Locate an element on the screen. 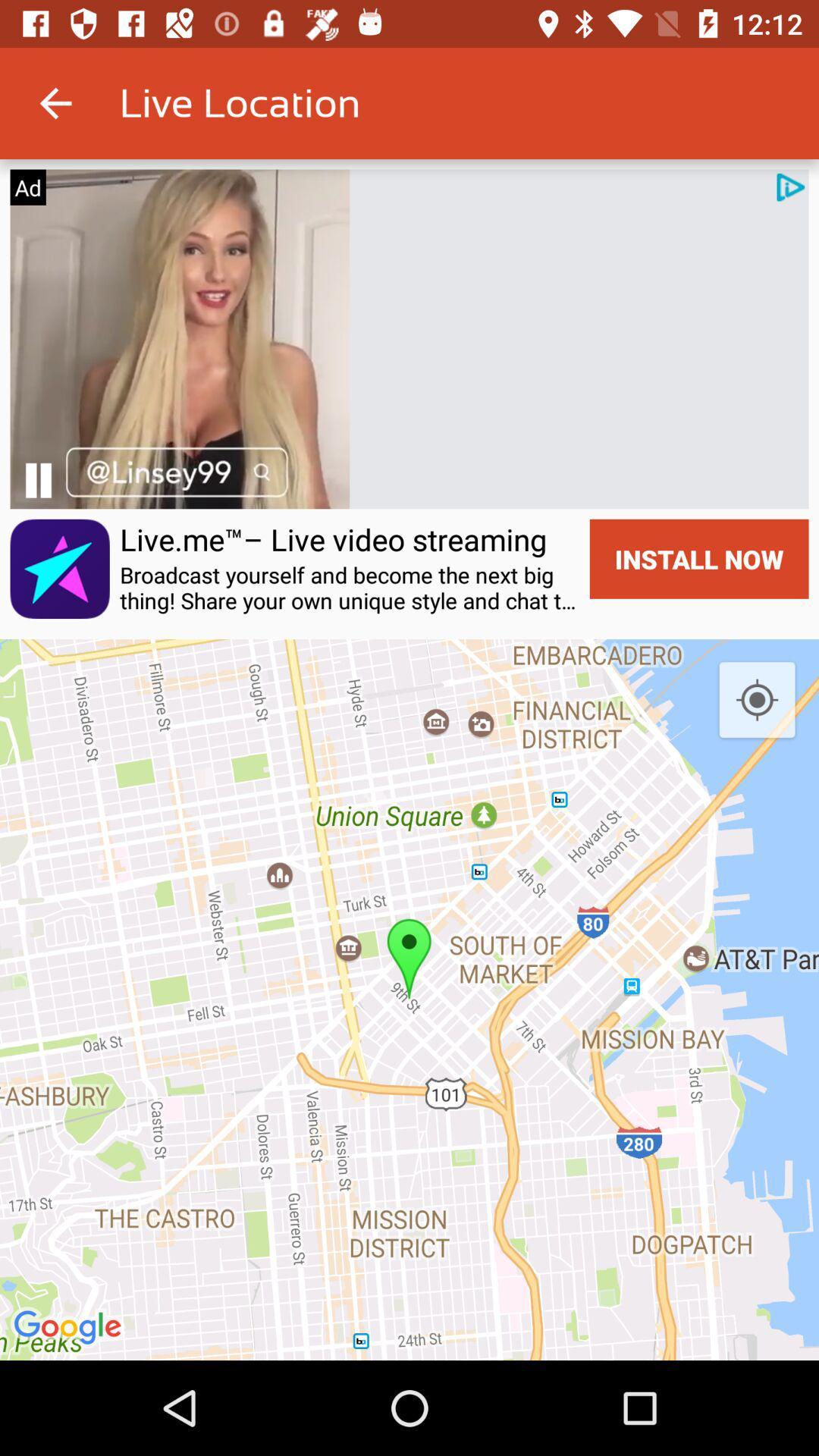  the install now item is located at coordinates (699, 558).